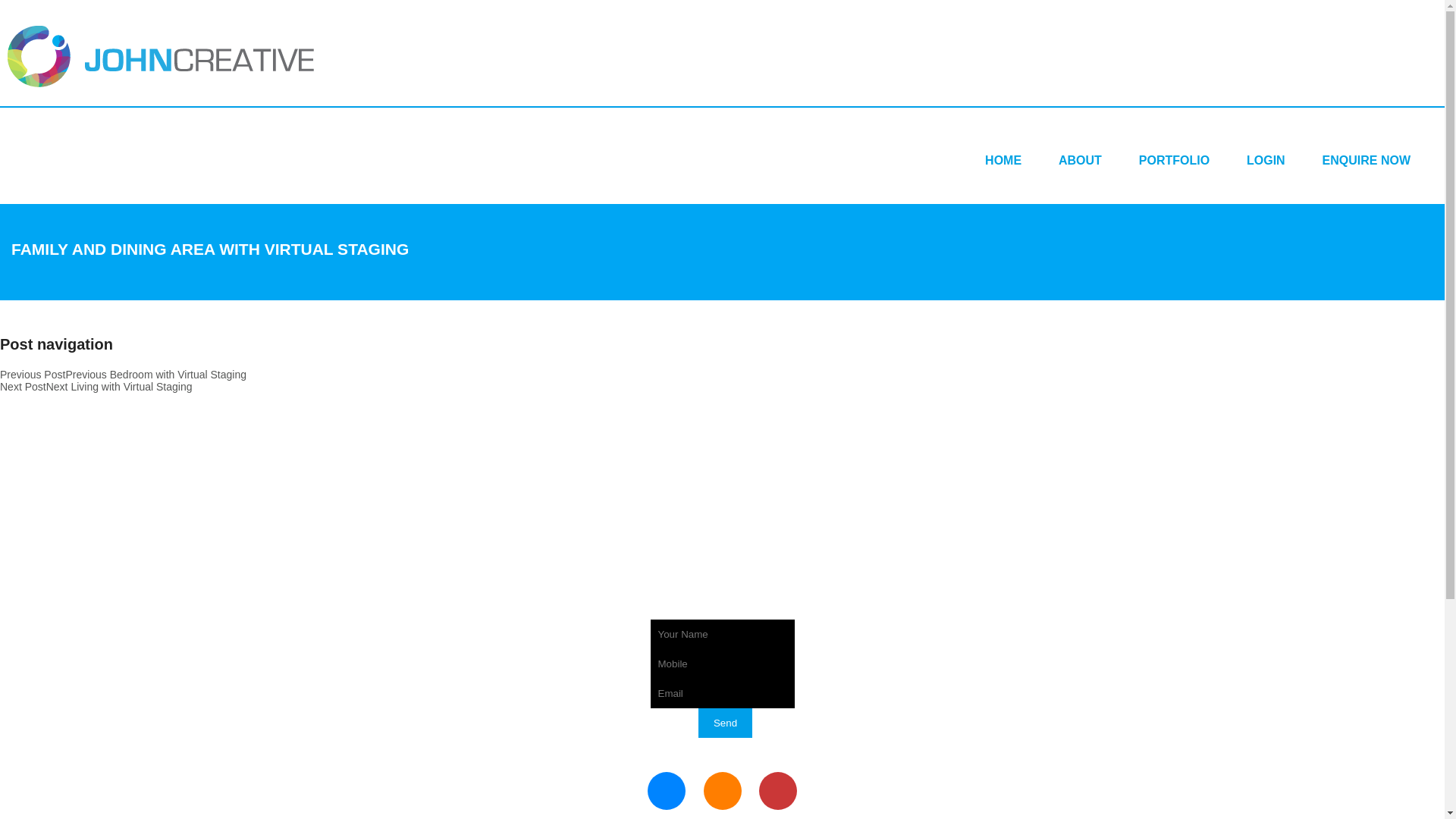 This screenshot has height=819, width=1456. What do you see at coordinates (1266, 160) in the screenshot?
I see `'LOGIN'` at bounding box center [1266, 160].